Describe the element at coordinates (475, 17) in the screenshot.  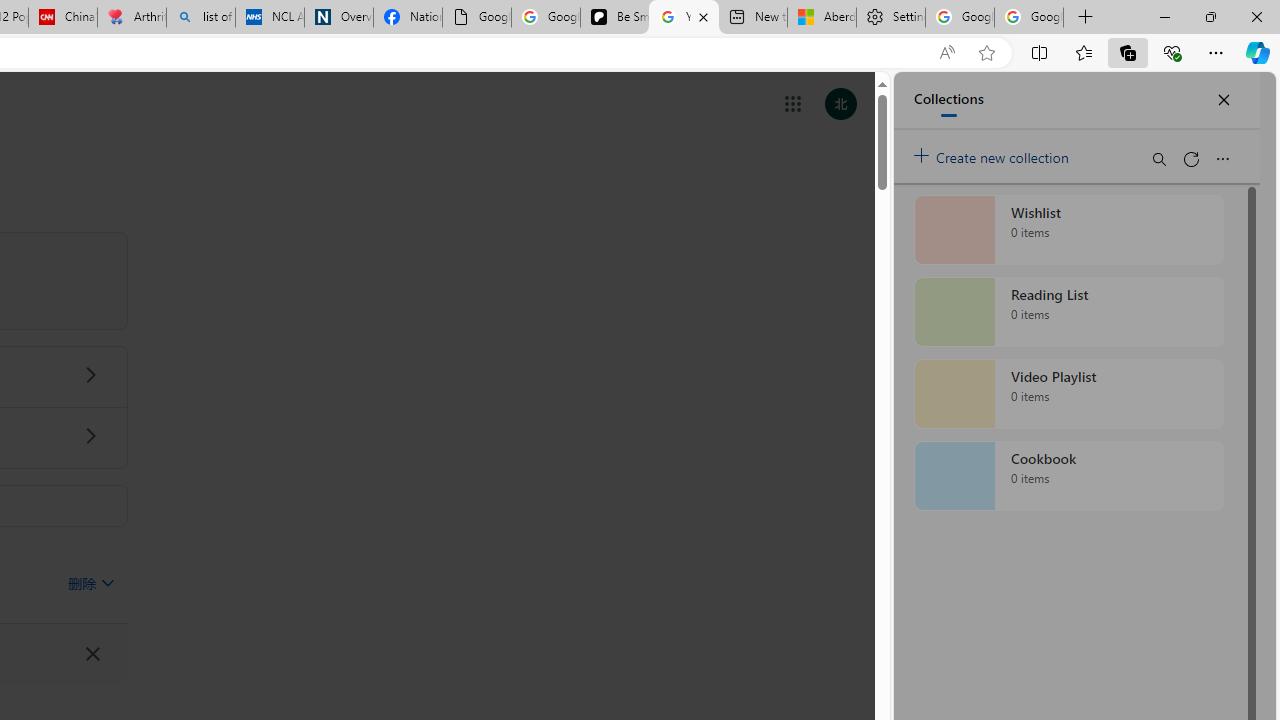
I see `'Google Analytics Opt-out Browser Add-on Download Page'` at that location.